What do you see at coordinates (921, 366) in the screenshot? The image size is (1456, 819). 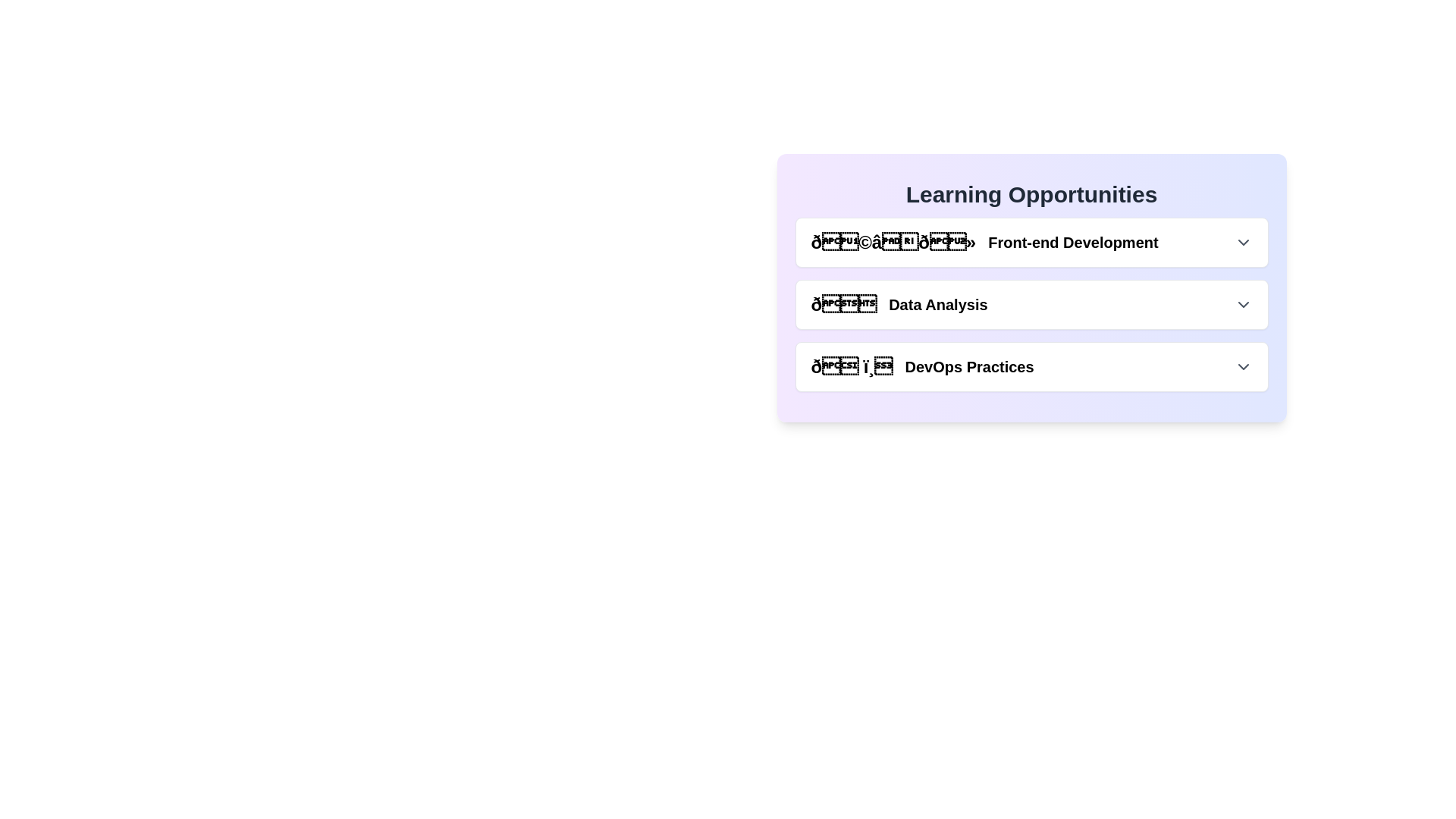 I see `the interactive header for the 'DevOps Practices' section` at bounding box center [921, 366].